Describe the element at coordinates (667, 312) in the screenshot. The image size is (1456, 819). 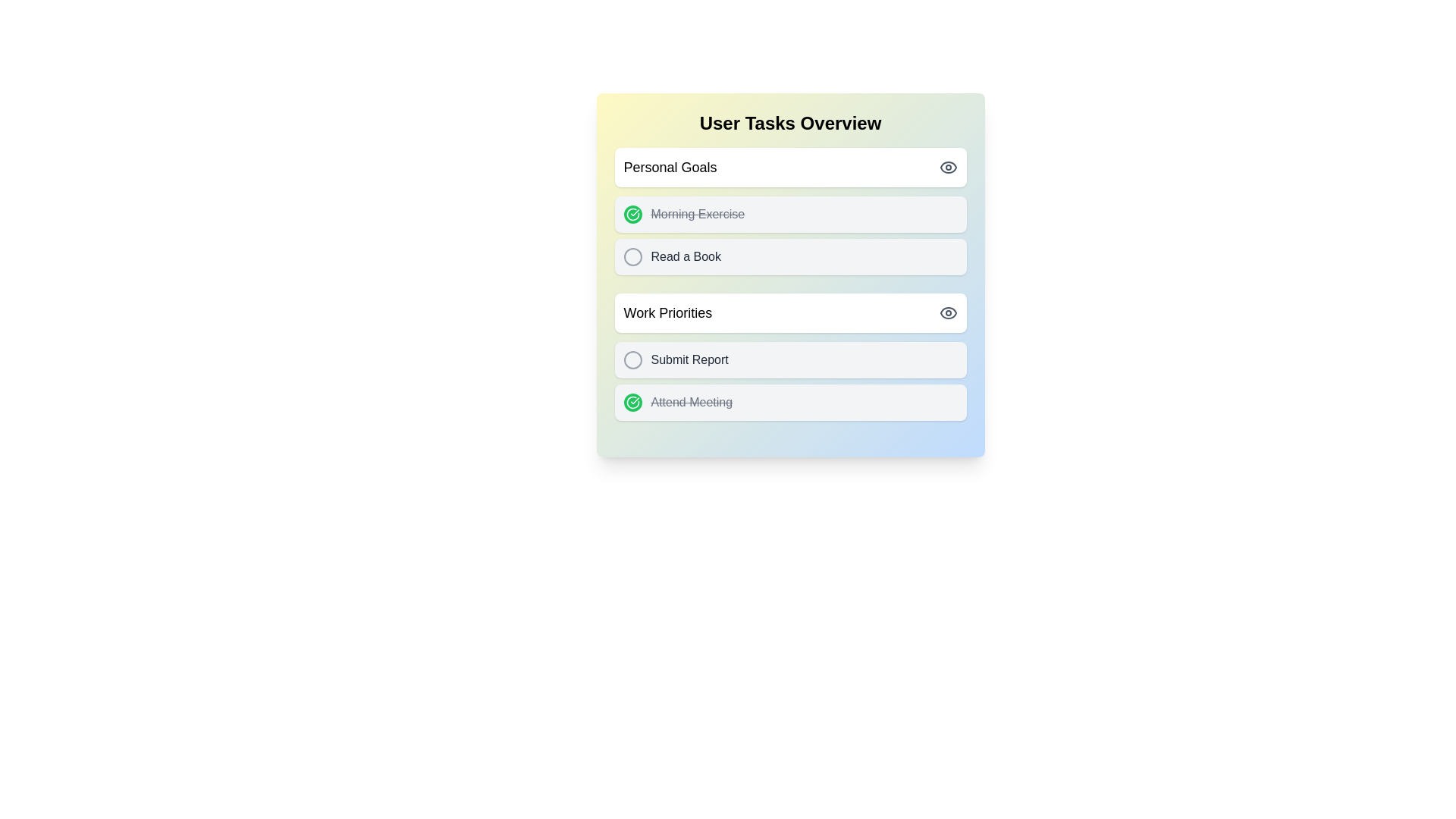
I see `the 'Work Priorities' text label, which is bold and part of the task list under 'User Tasks Overview'` at that location.